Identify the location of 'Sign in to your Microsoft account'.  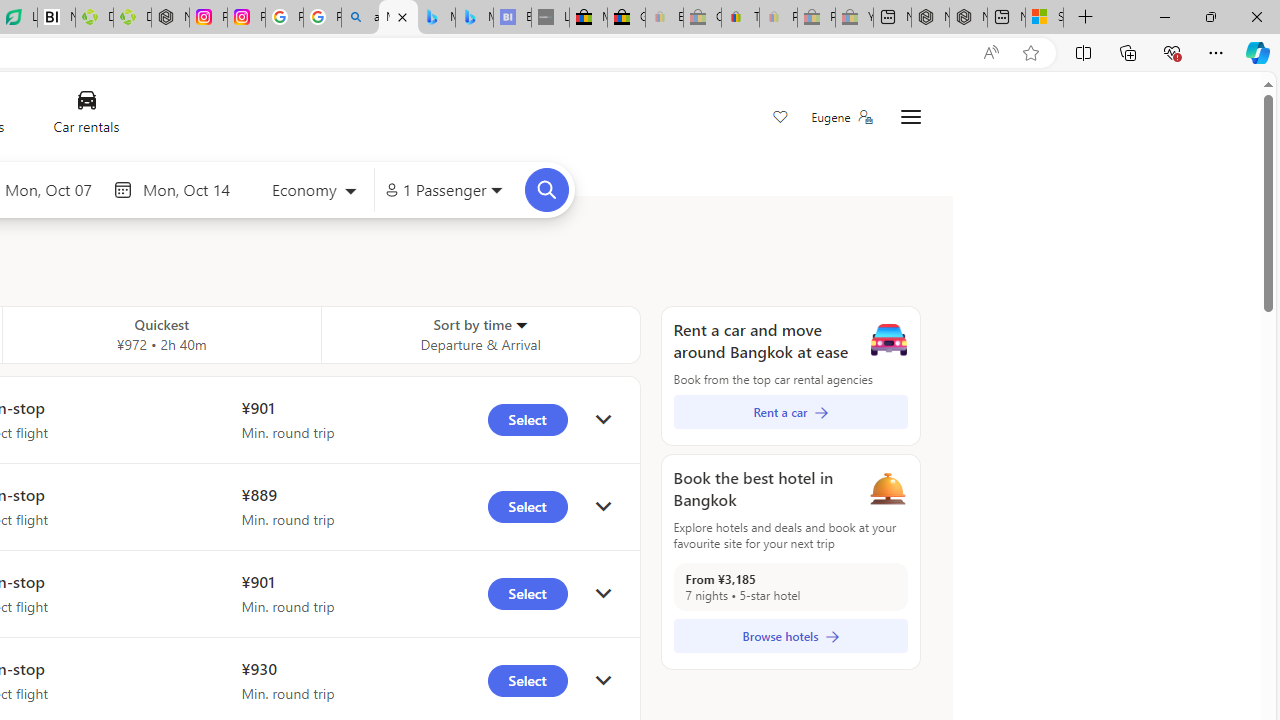
(1044, 17).